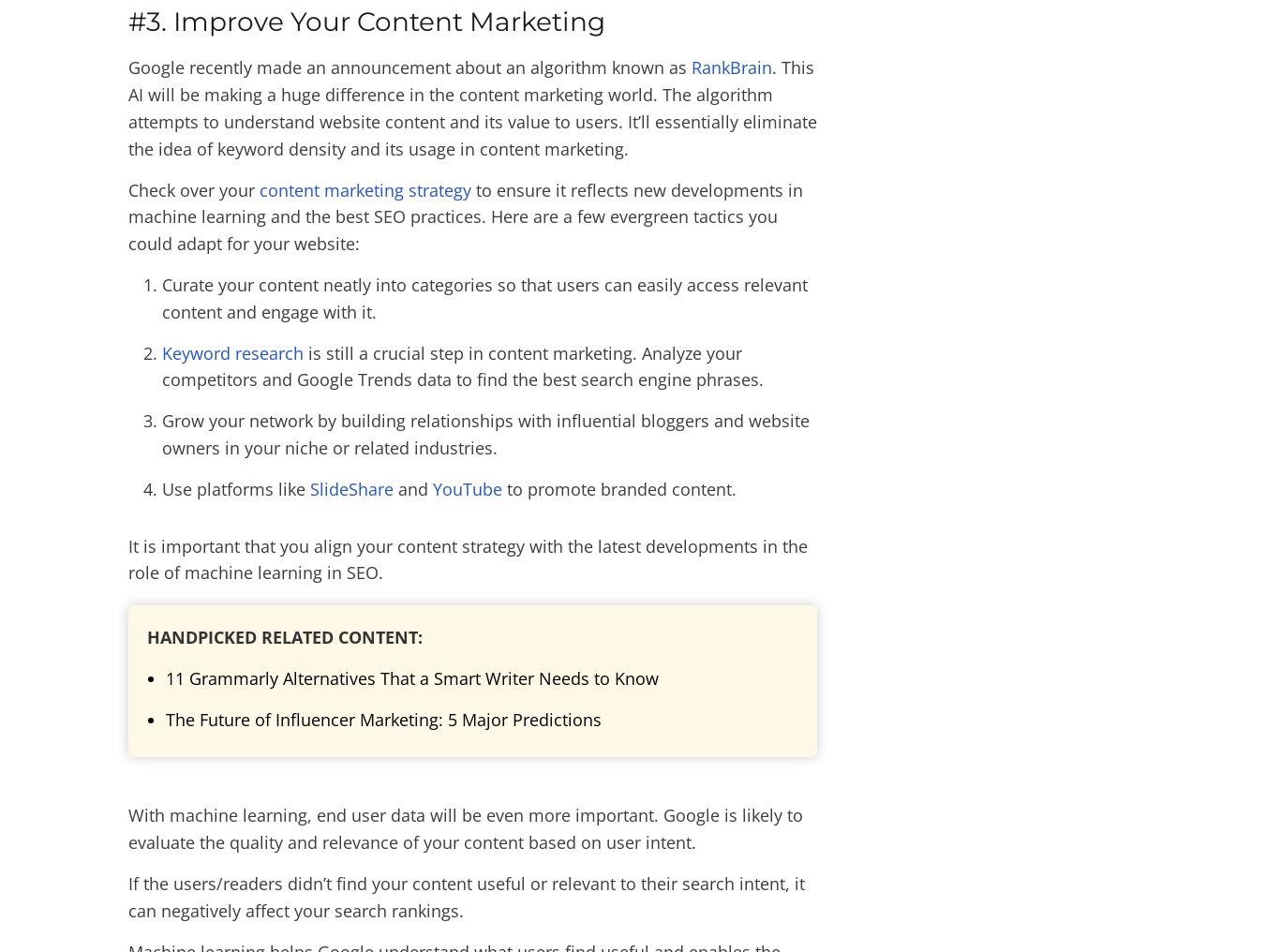 The width and height of the screenshot is (1280, 952). Describe the element at coordinates (409, 67) in the screenshot. I see `'Google recently made an announcement about an algorithm known as'` at that location.